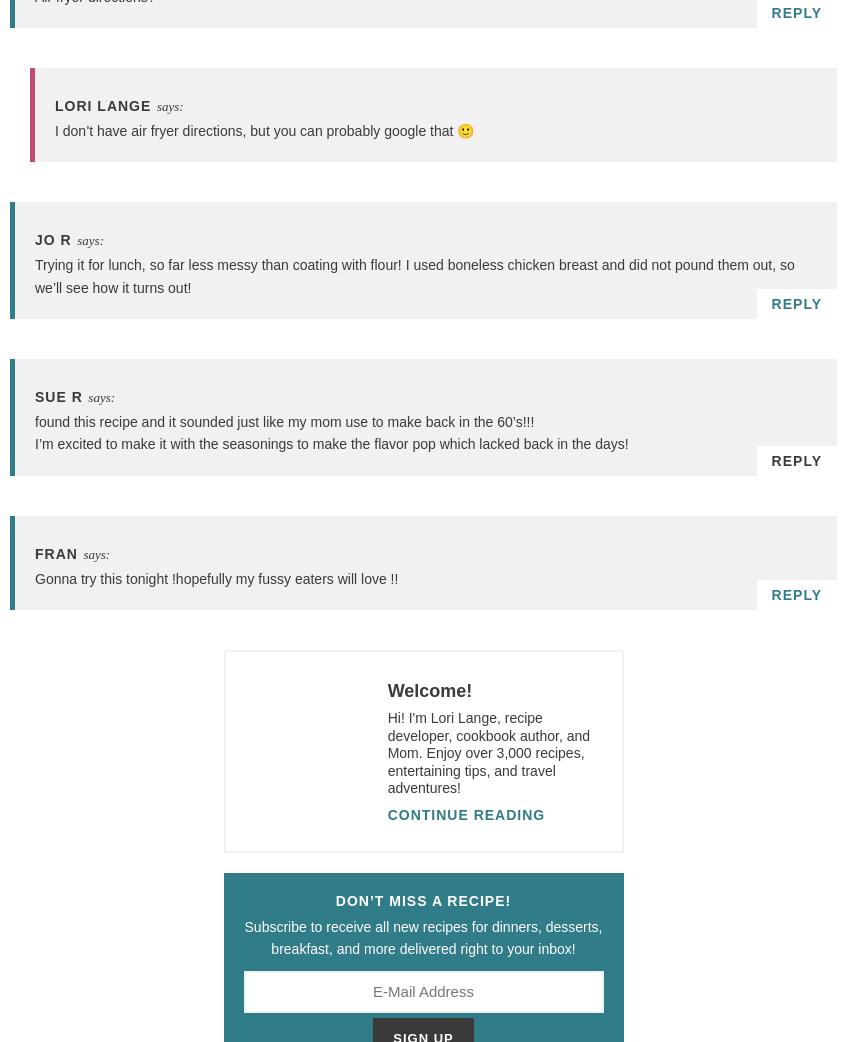  What do you see at coordinates (423, 900) in the screenshot?
I see `'Don’t Miss a Recipe!'` at bounding box center [423, 900].